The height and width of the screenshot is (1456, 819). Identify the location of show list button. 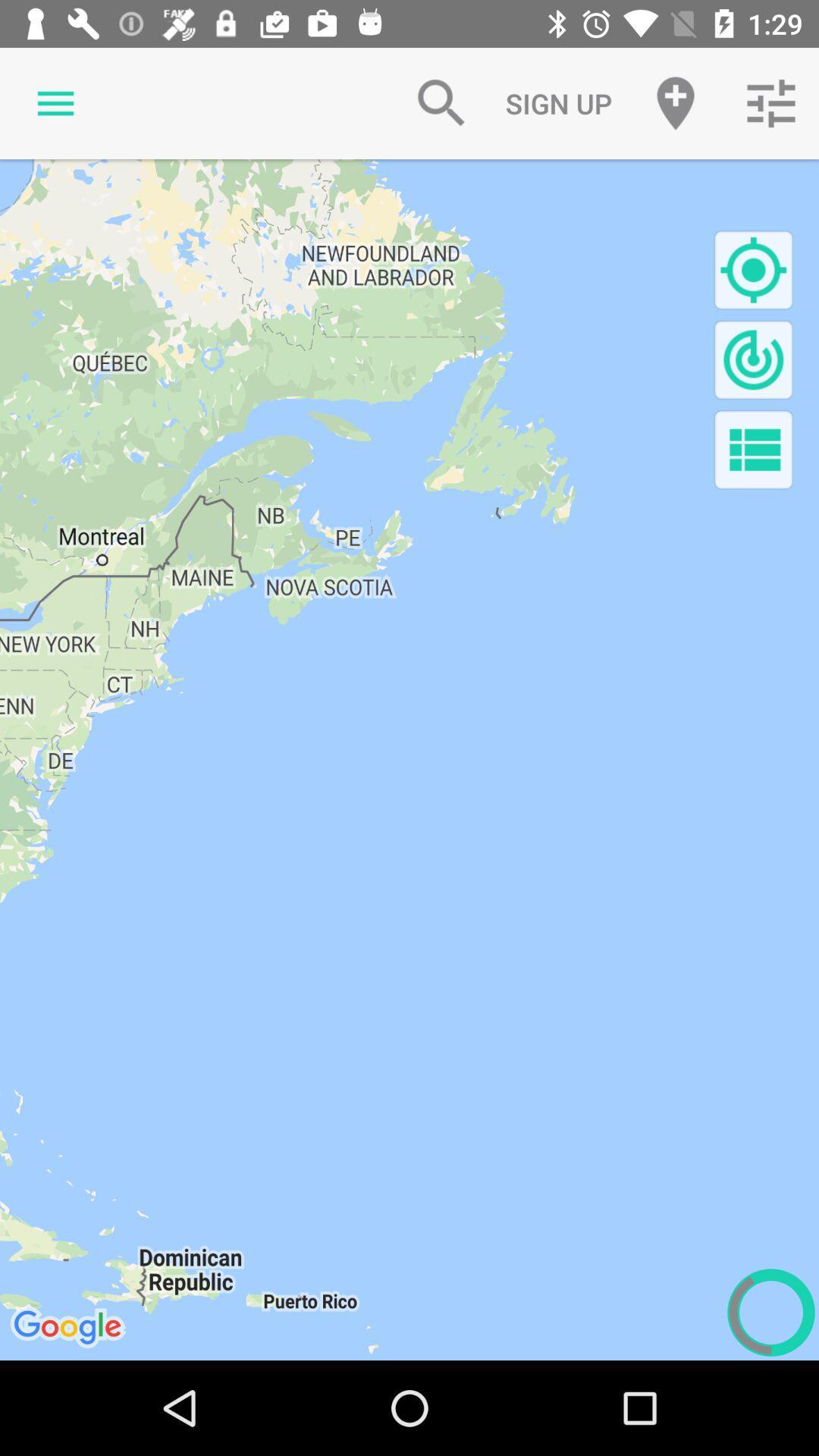
(753, 449).